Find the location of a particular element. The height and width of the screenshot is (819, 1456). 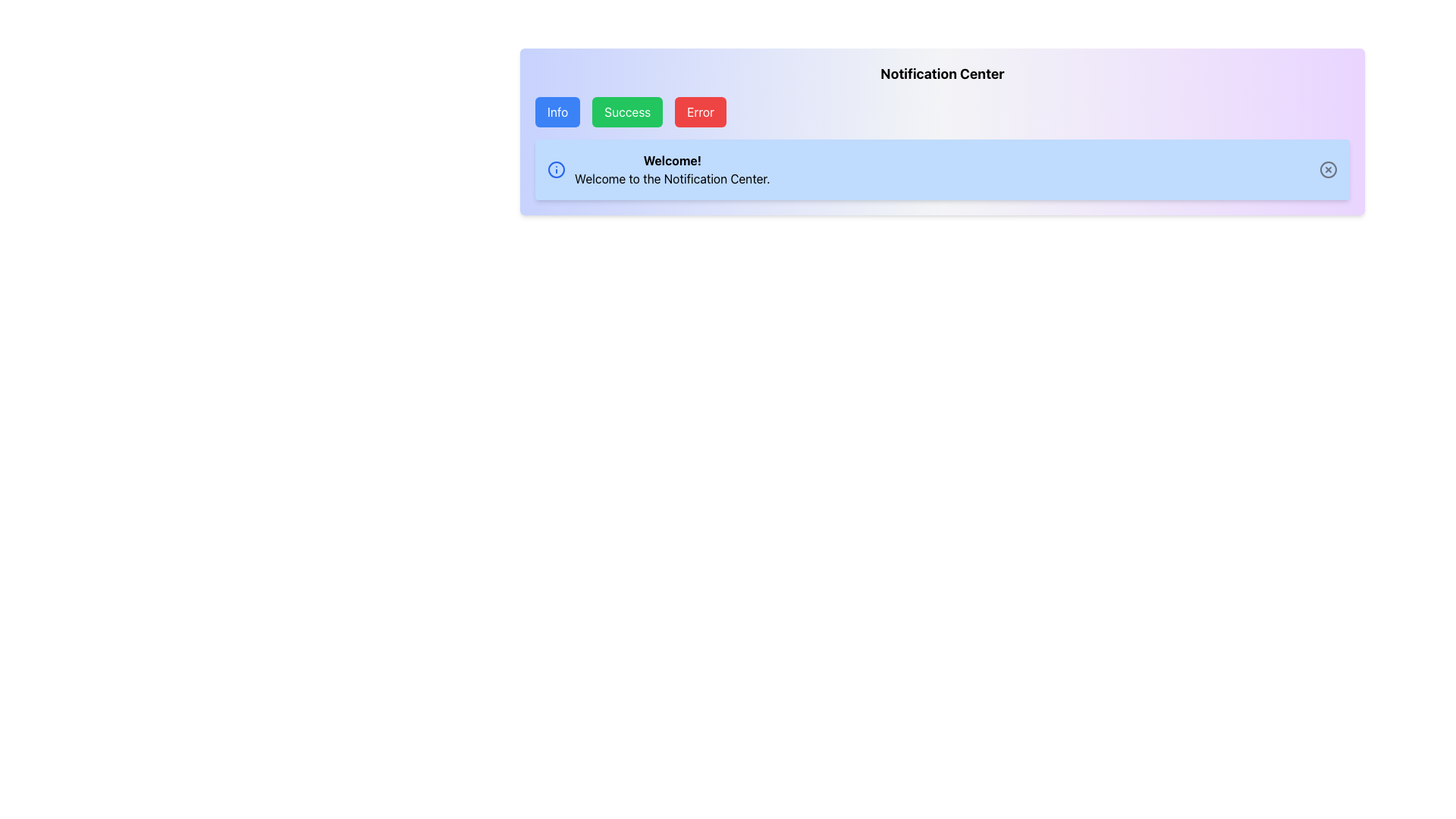

the circular light blue icon with an 'i' symbol, positioned to the left of the text label 'Welcome! Welcome to the Notification Center.' is located at coordinates (556, 169).